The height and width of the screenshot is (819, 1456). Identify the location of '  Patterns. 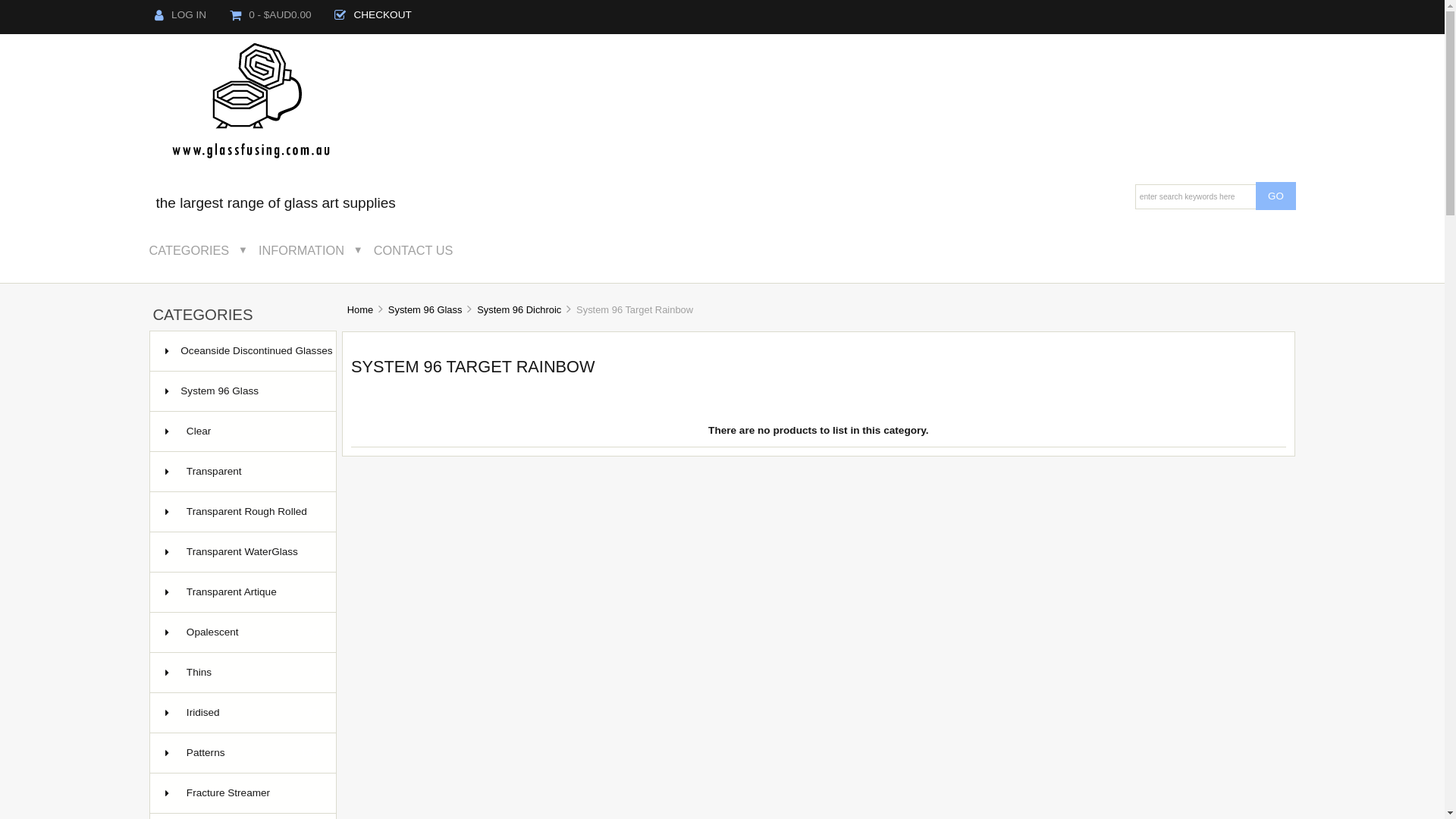
(243, 753).